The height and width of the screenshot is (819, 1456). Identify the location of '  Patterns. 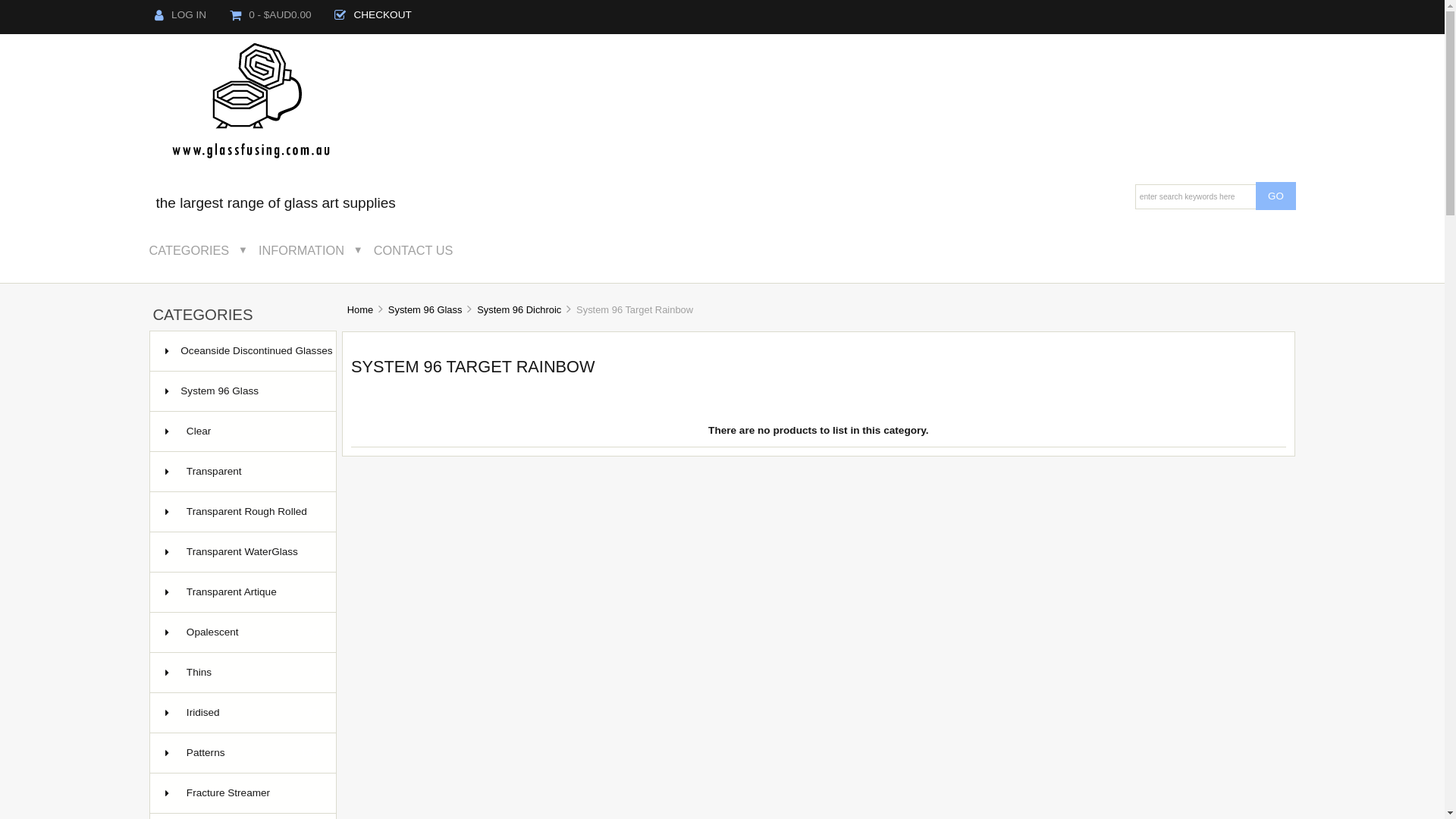
(243, 753).